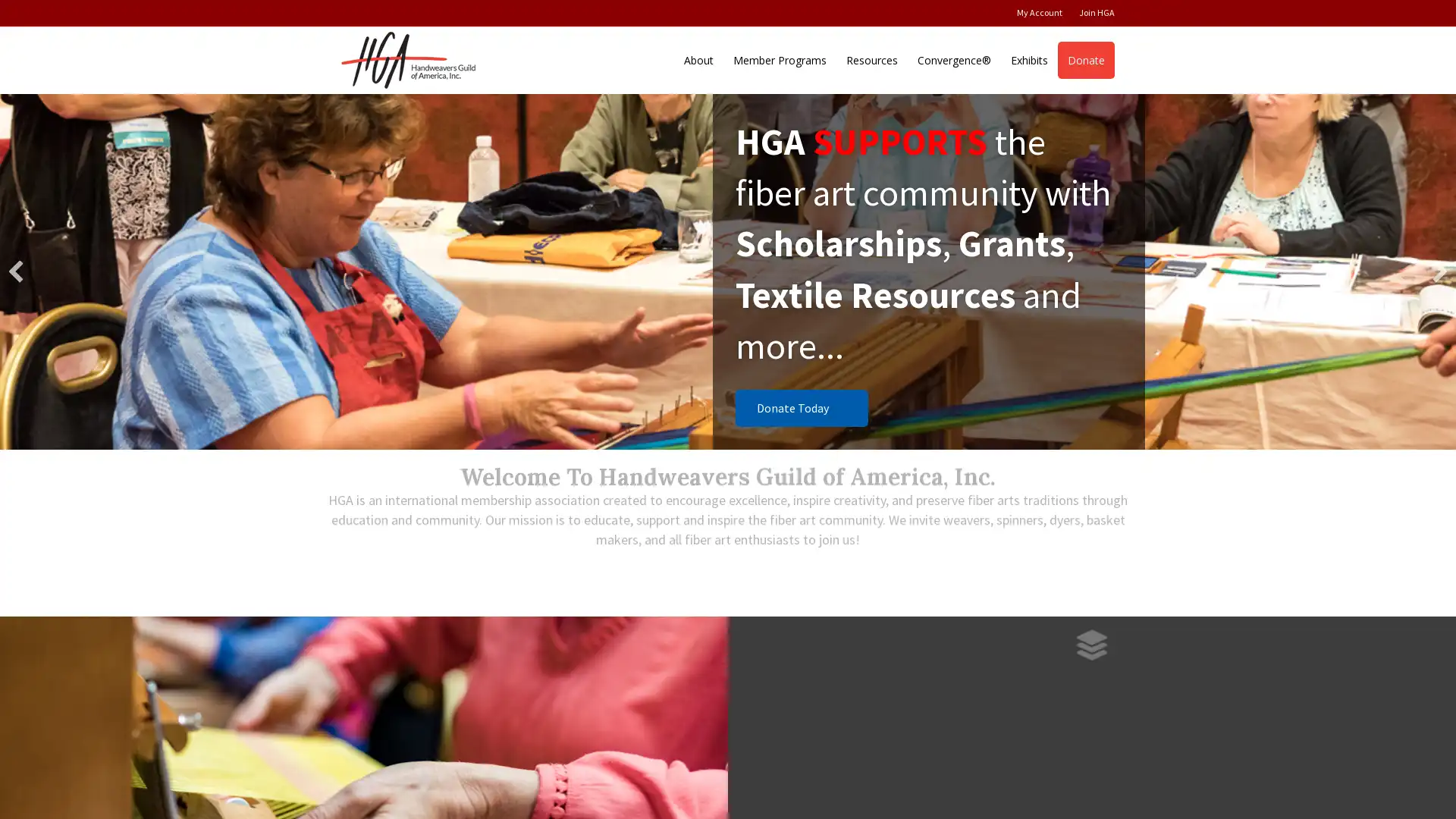 The image size is (1456, 819). I want to click on next, so click(1439, 271).